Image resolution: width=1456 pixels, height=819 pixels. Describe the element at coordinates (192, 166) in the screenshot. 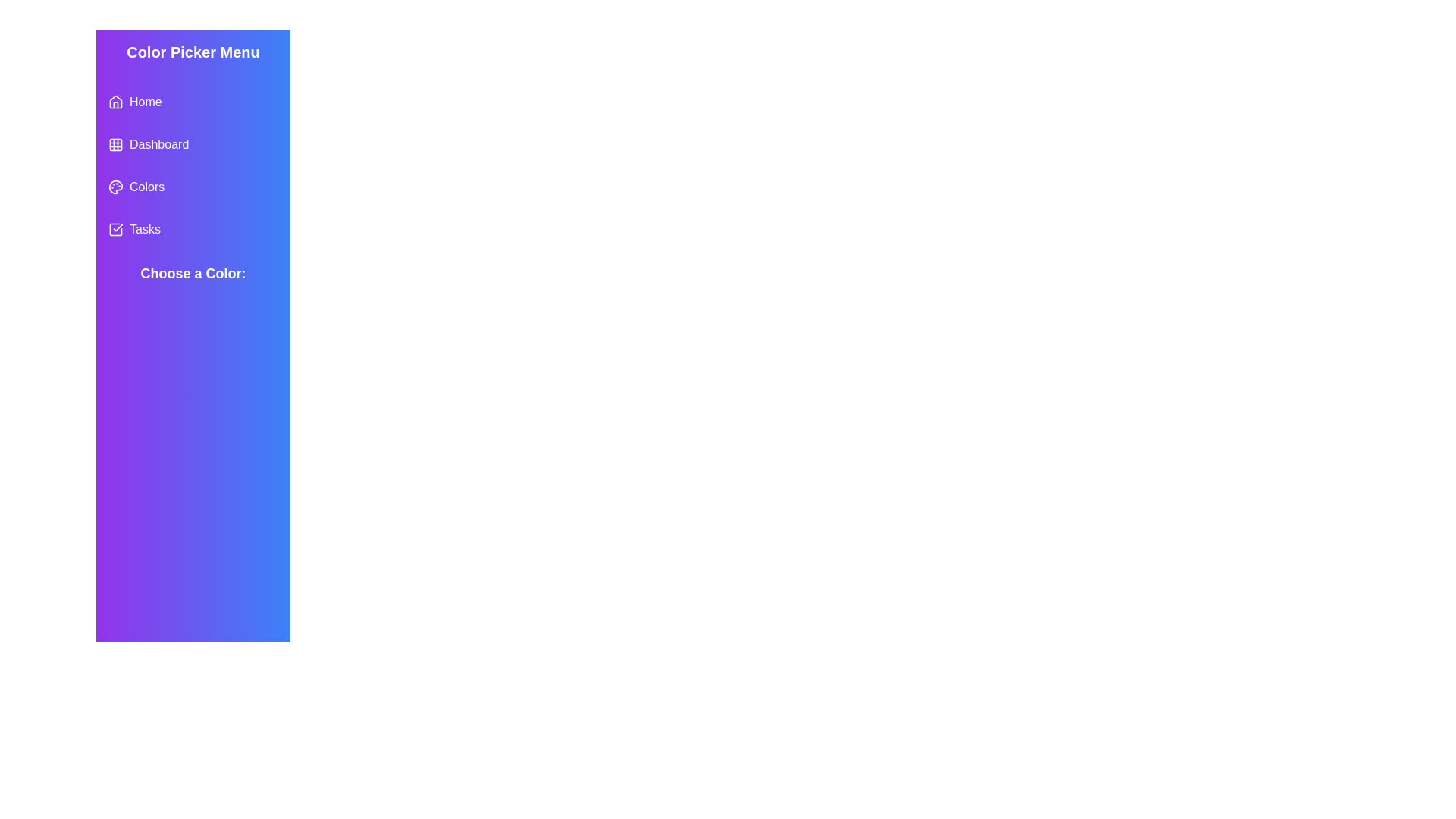

I see `icons or labels in the second item of the vertical navigation menu section titled 'Color Picker Menu', which contains the 'Dashboard' label and grid icon` at that location.